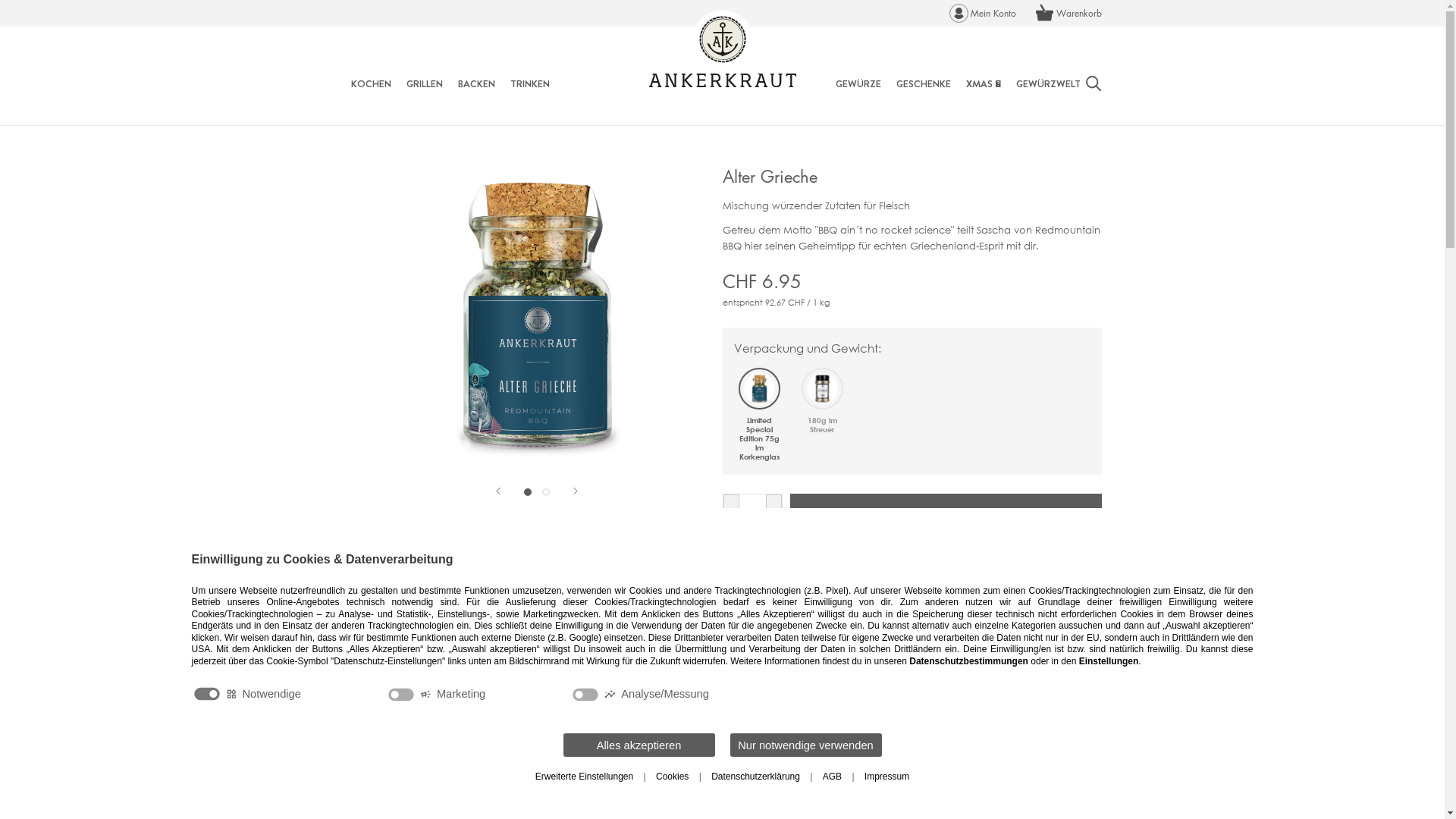  I want to click on 'AGB', so click(814, 776).